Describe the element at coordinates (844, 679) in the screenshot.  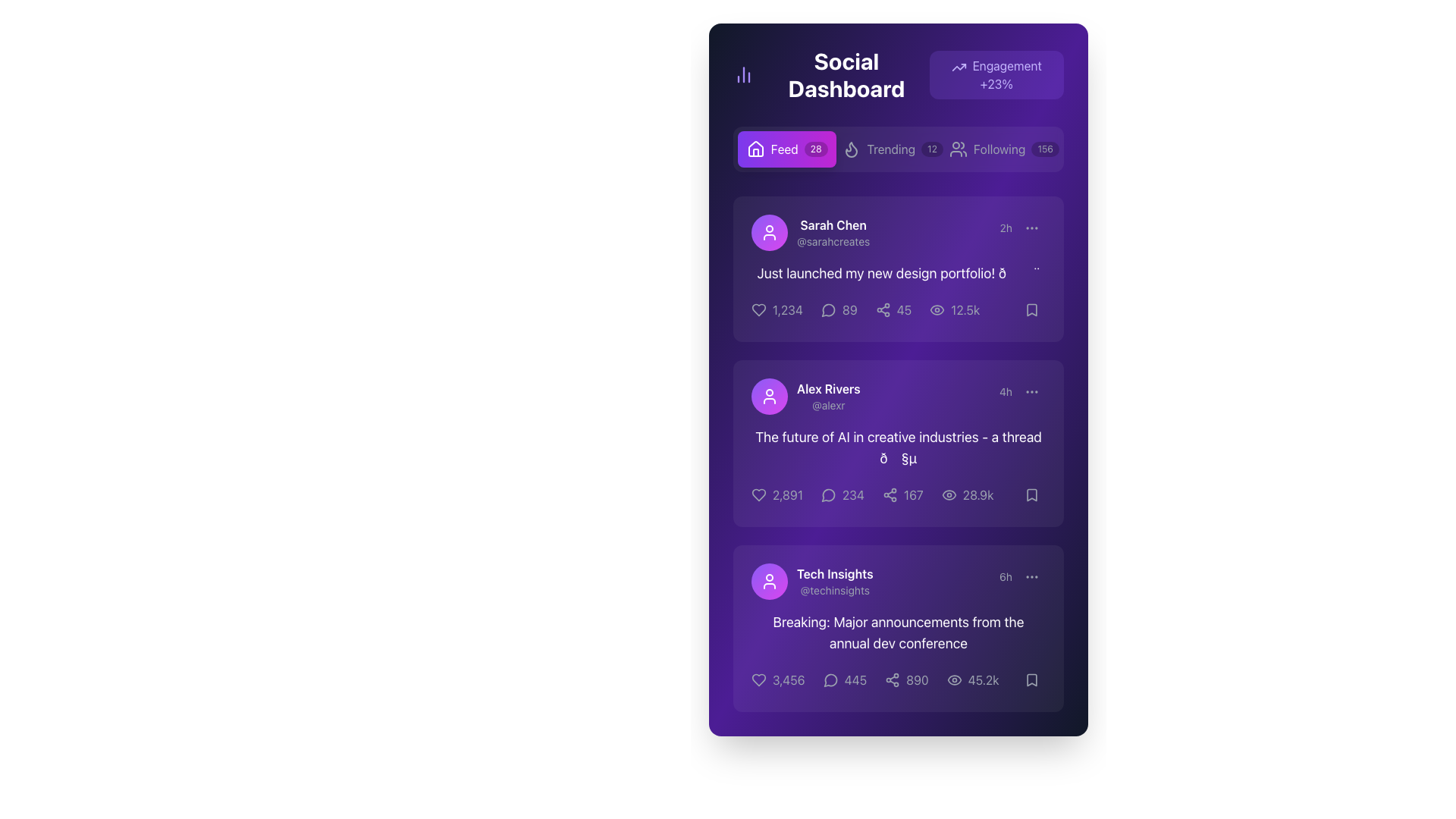
I see `the Interactive Counter with Icon displaying the number '445'` at that location.